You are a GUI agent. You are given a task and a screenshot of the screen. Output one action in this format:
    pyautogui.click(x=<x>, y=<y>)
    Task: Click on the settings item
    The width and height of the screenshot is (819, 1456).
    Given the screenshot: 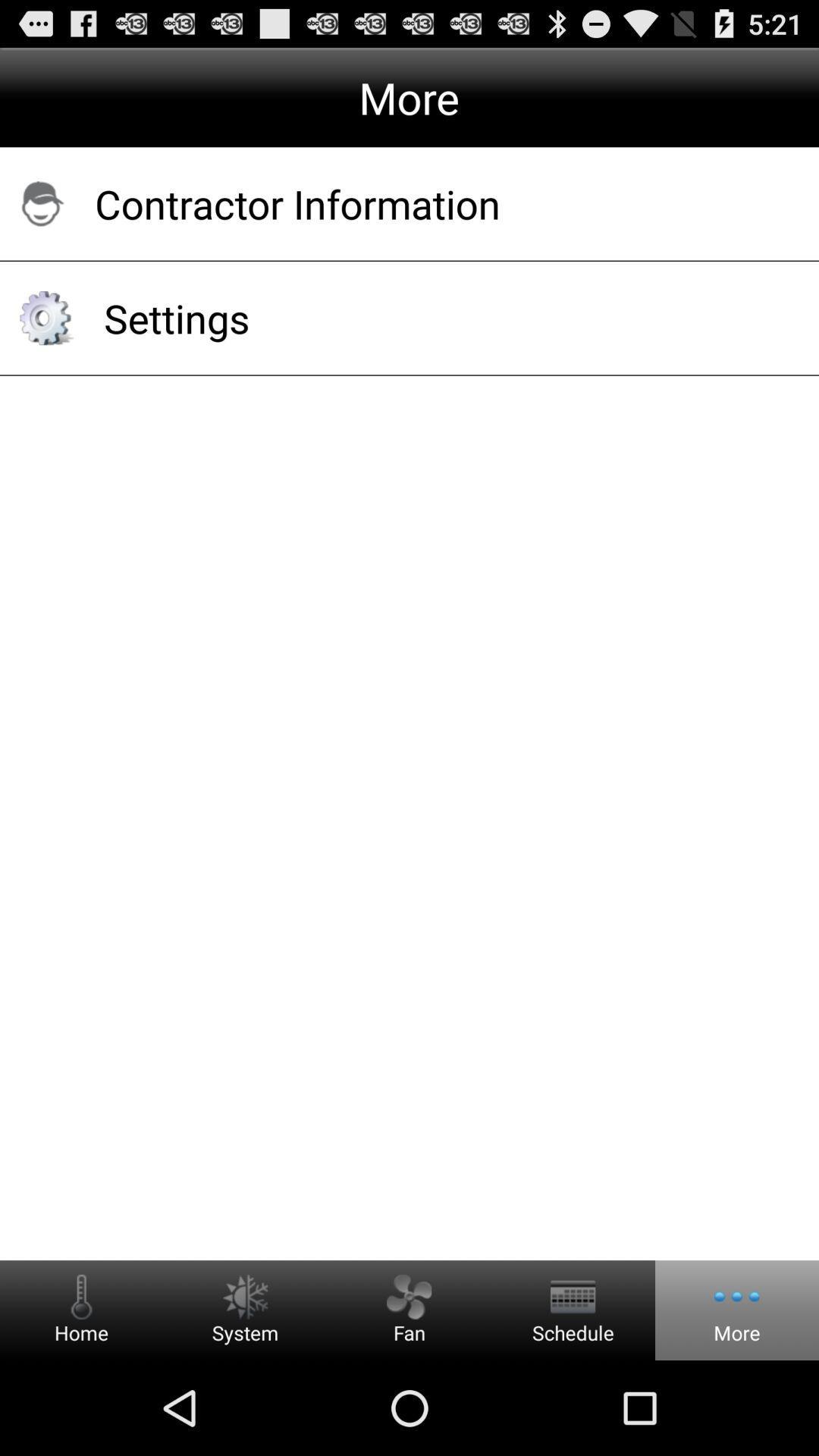 What is the action you would take?
    pyautogui.click(x=441, y=317)
    